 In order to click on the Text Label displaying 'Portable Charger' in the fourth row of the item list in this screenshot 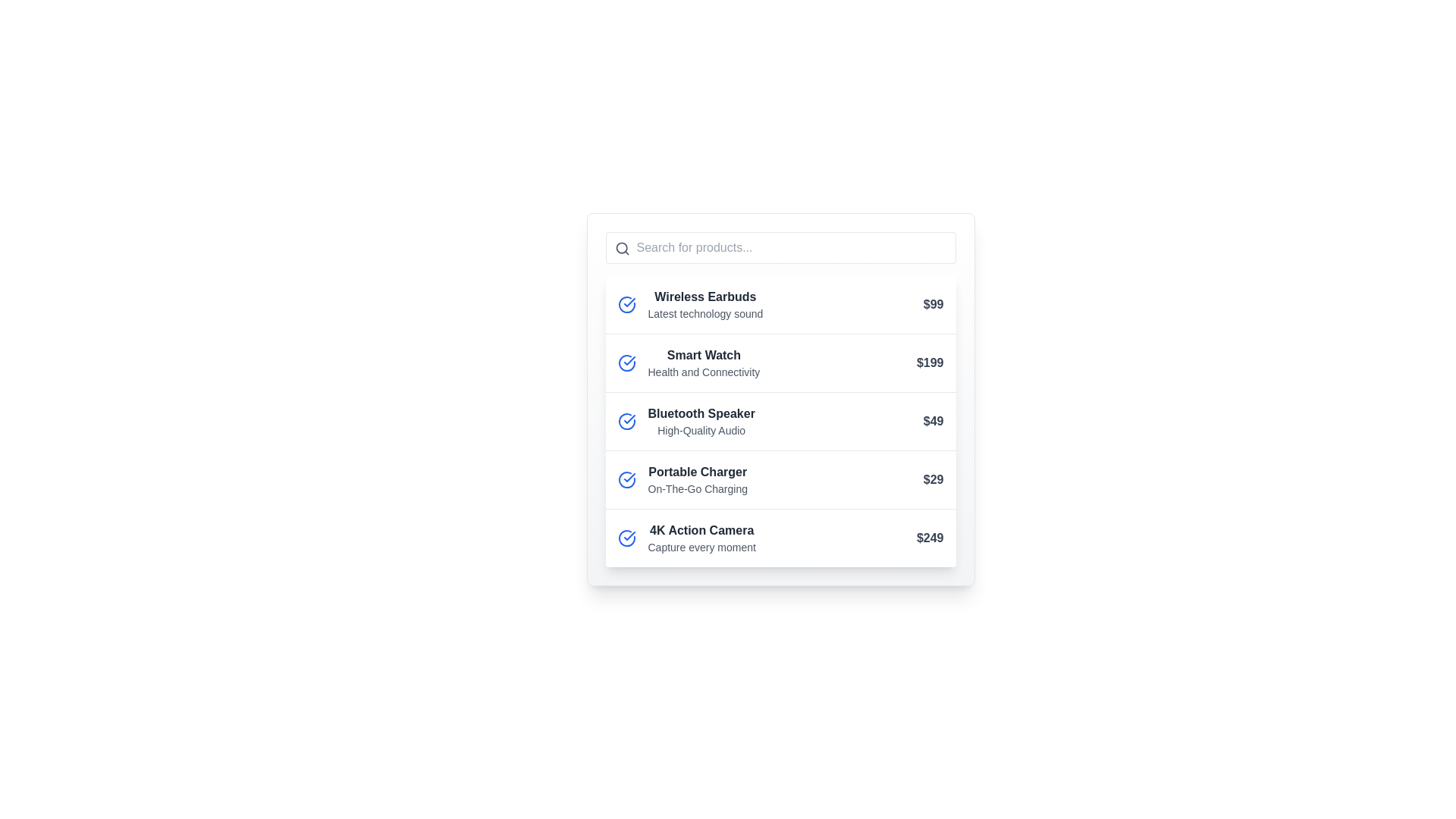, I will do `click(697, 472)`.